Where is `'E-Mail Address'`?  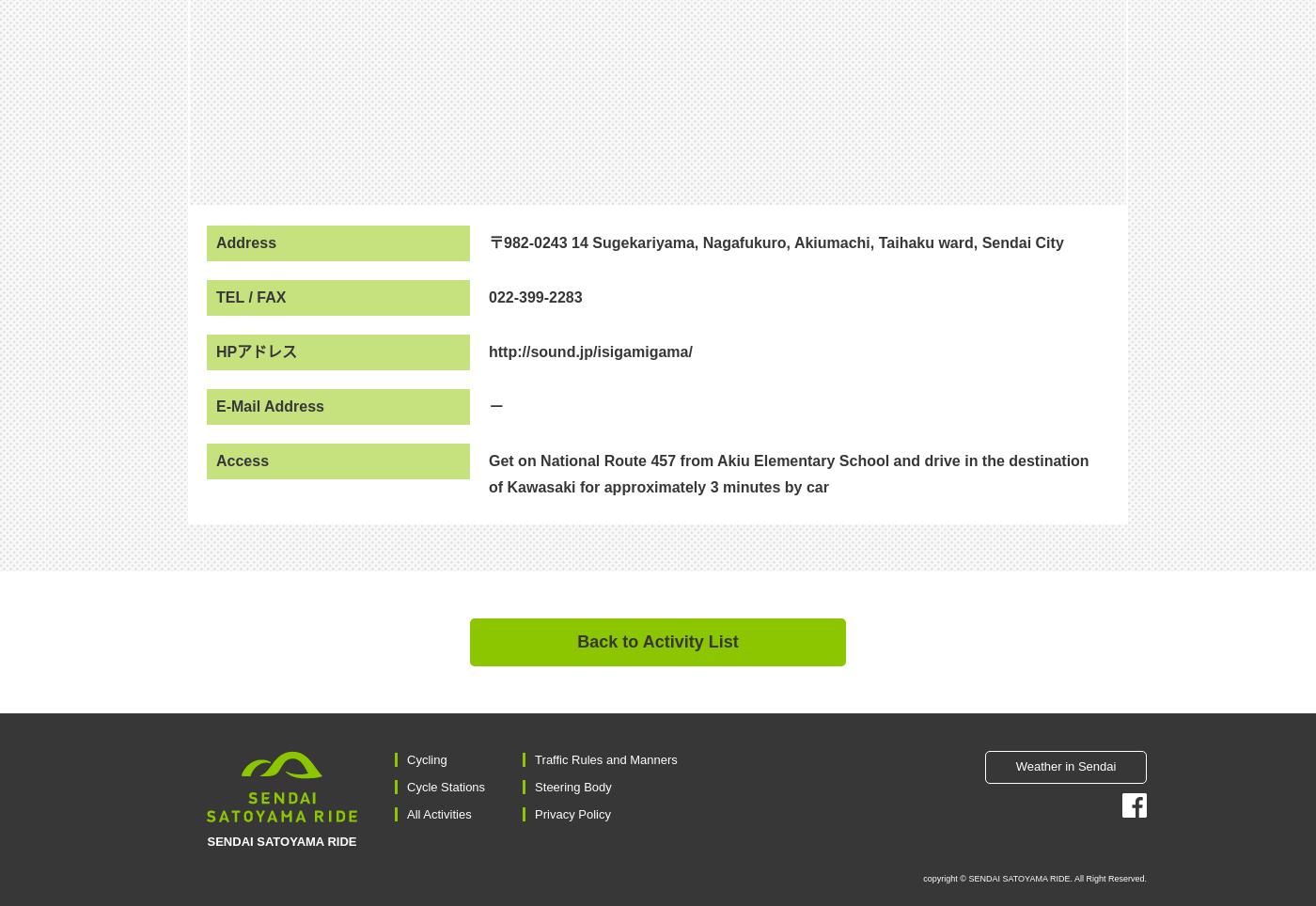 'E-Mail Address' is located at coordinates (270, 404).